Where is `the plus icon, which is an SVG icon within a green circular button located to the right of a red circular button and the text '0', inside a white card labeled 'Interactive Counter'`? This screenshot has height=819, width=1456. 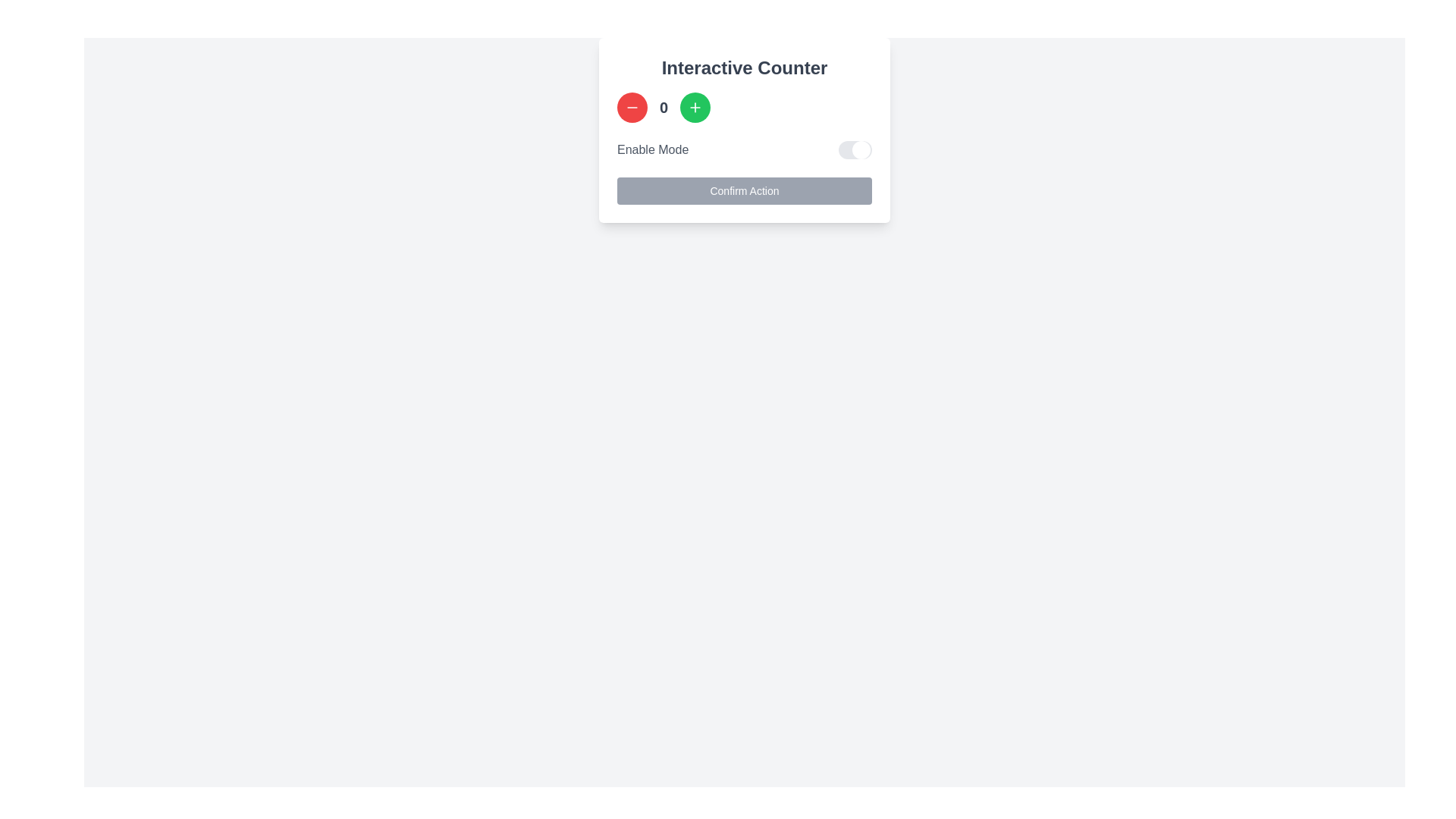
the plus icon, which is an SVG icon within a green circular button located to the right of a red circular button and the text '0', inside a white card labeled 'Interactive Counter' is located at coordinates (695, 107).